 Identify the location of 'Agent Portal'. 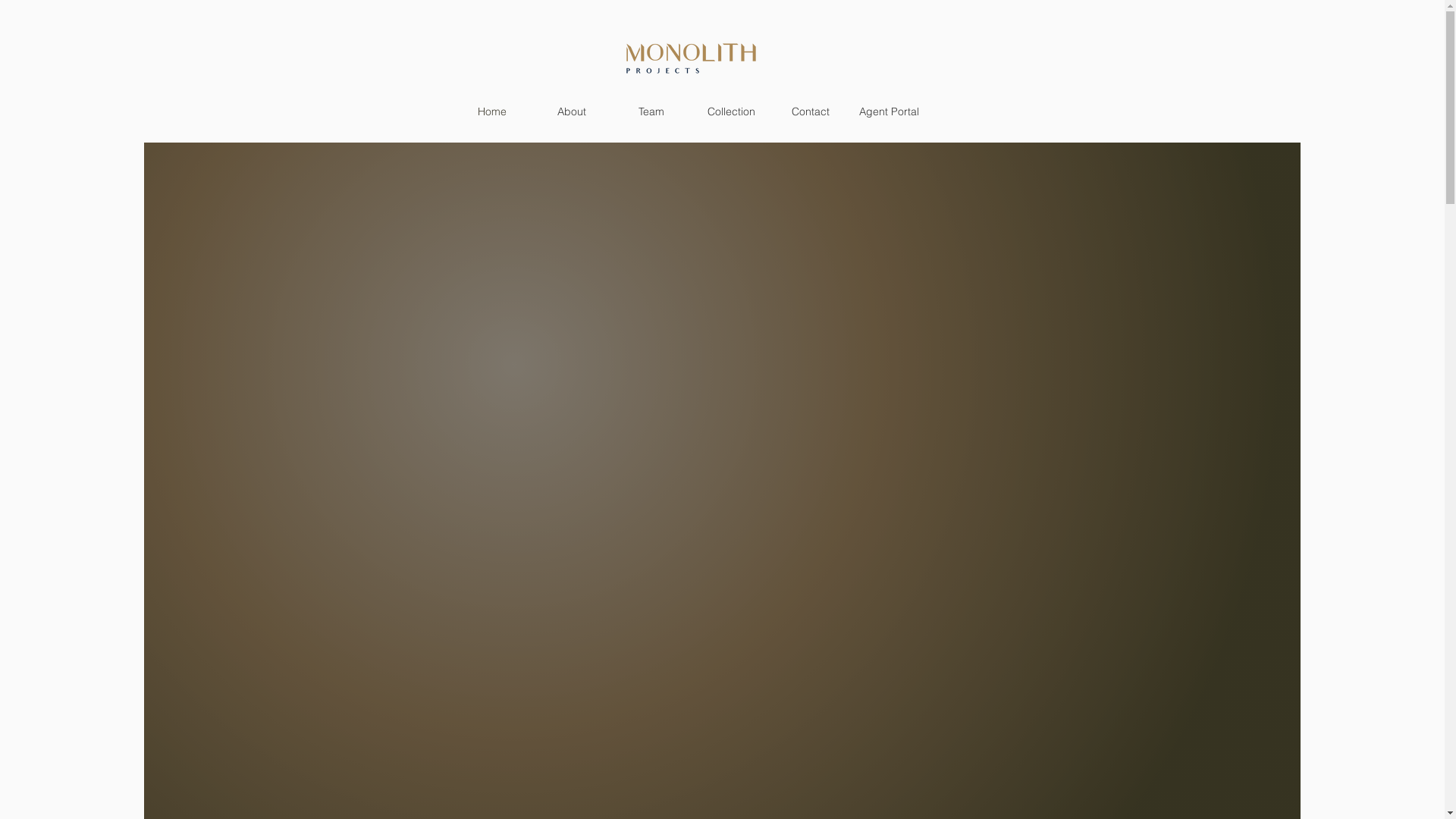
(888, 110).